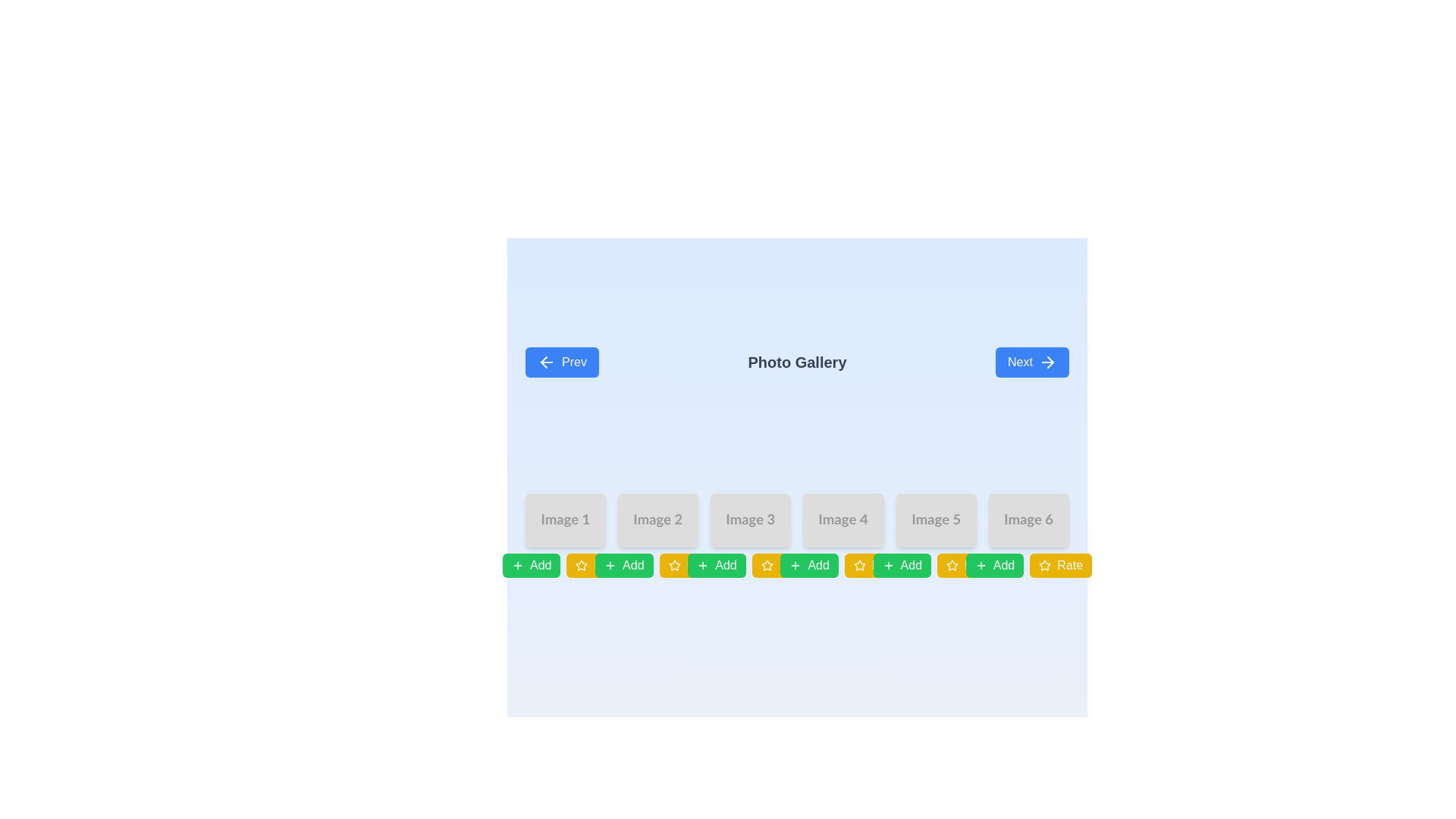 This screenshot has height=819, width=1456. I want to click on the right-pointing arrow icon that is part of the 'Next' button, so click(1050, 362).